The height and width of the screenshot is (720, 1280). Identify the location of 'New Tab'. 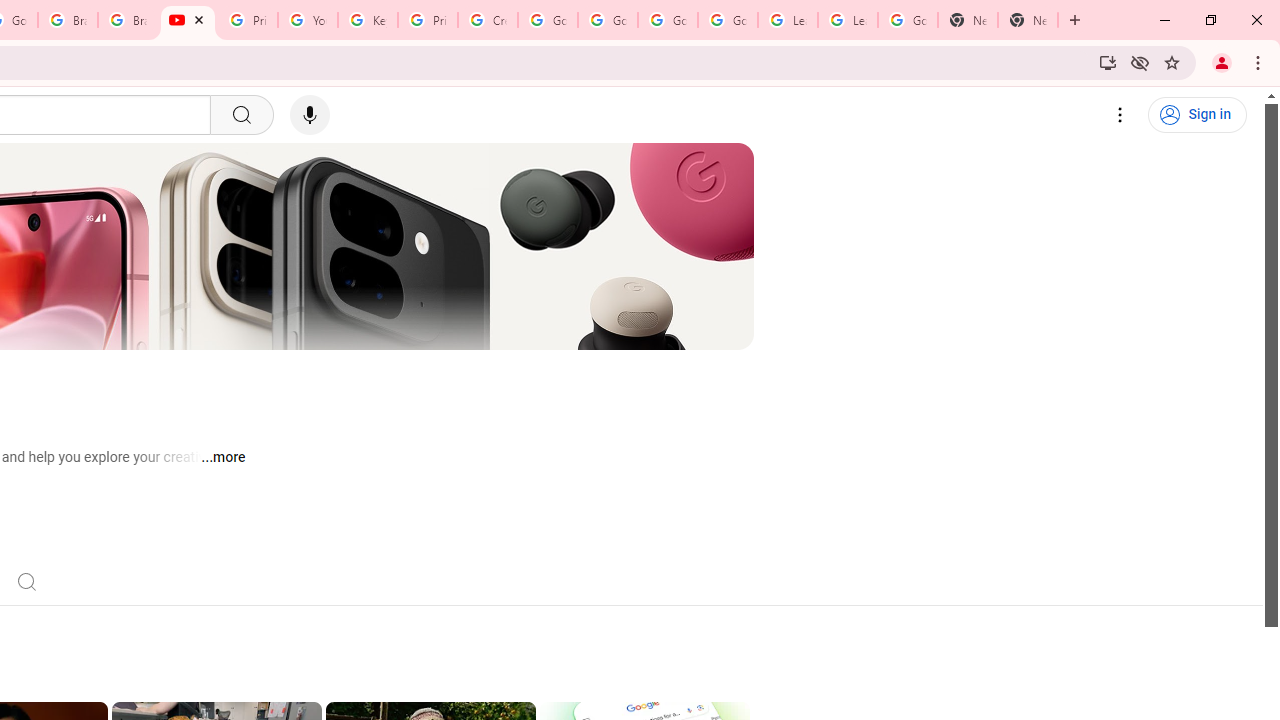
(968, 20).